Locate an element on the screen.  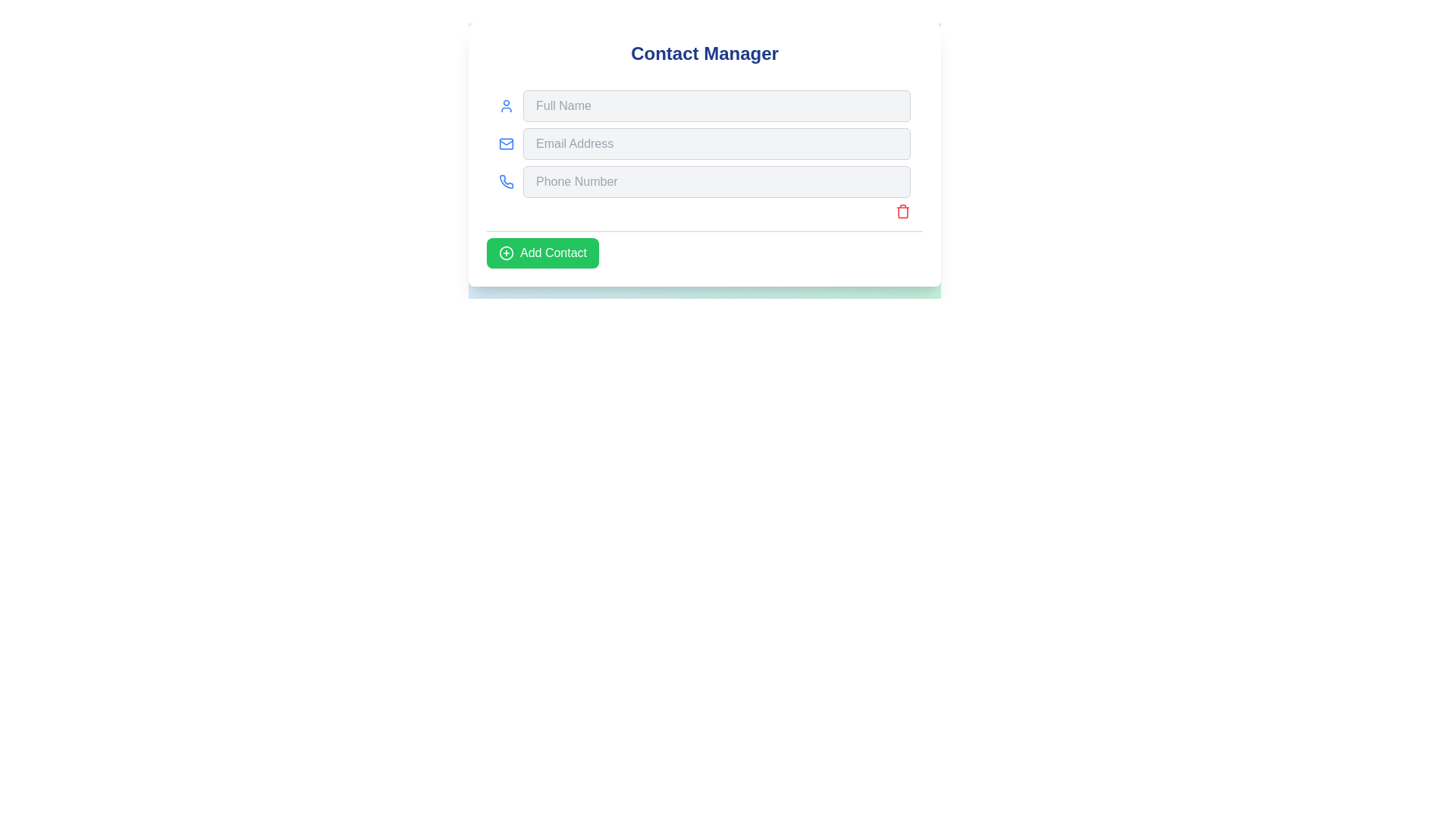
the phone number input field in the 'Contact Manager' form to focus and start typing is located at coordinates (704, 180).